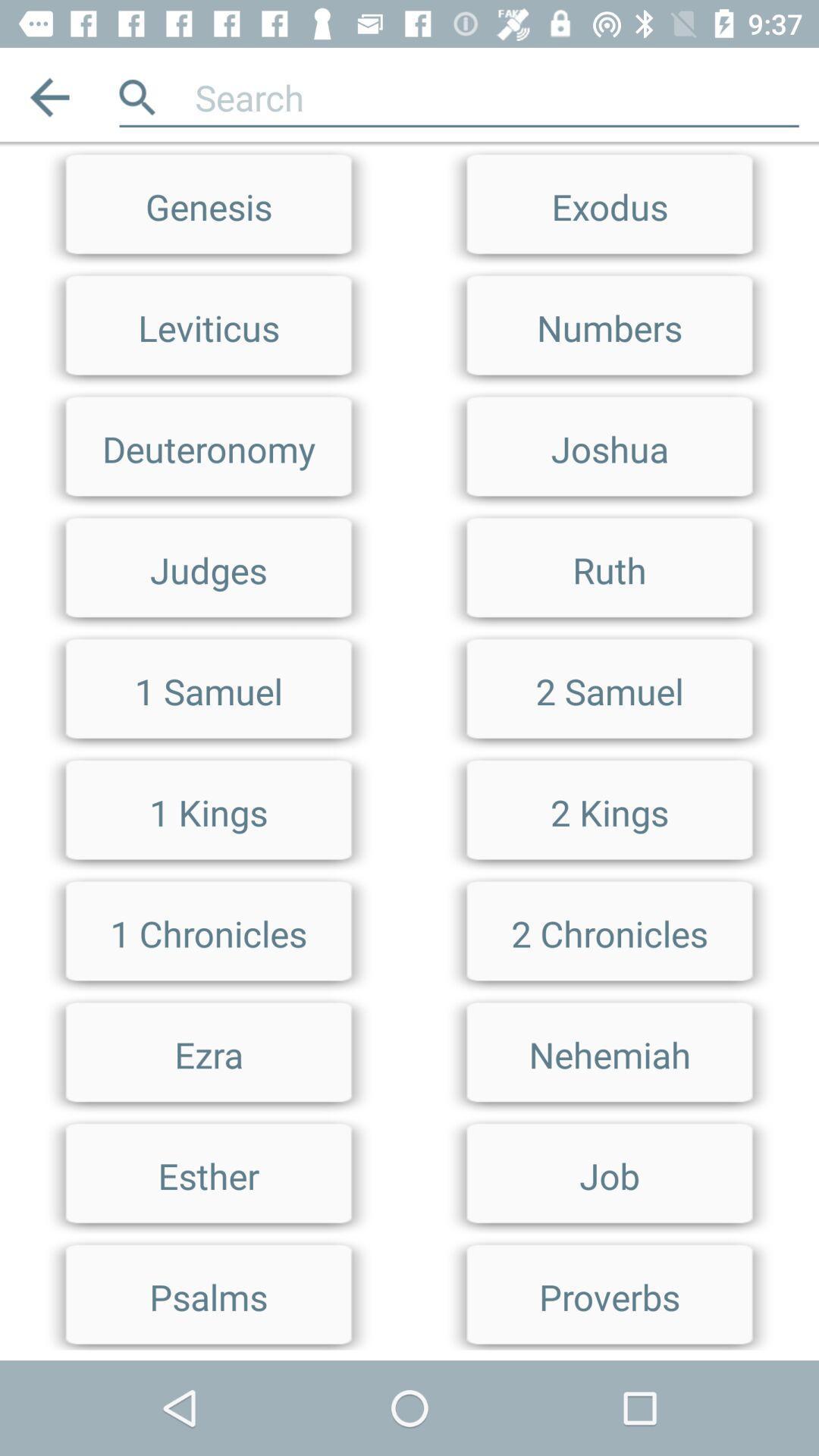 This screenshot has width=819, height=1456. Describe the element at coordinates (49, 96) in the screenshot. I see `the arrow_backward icon` at that location.